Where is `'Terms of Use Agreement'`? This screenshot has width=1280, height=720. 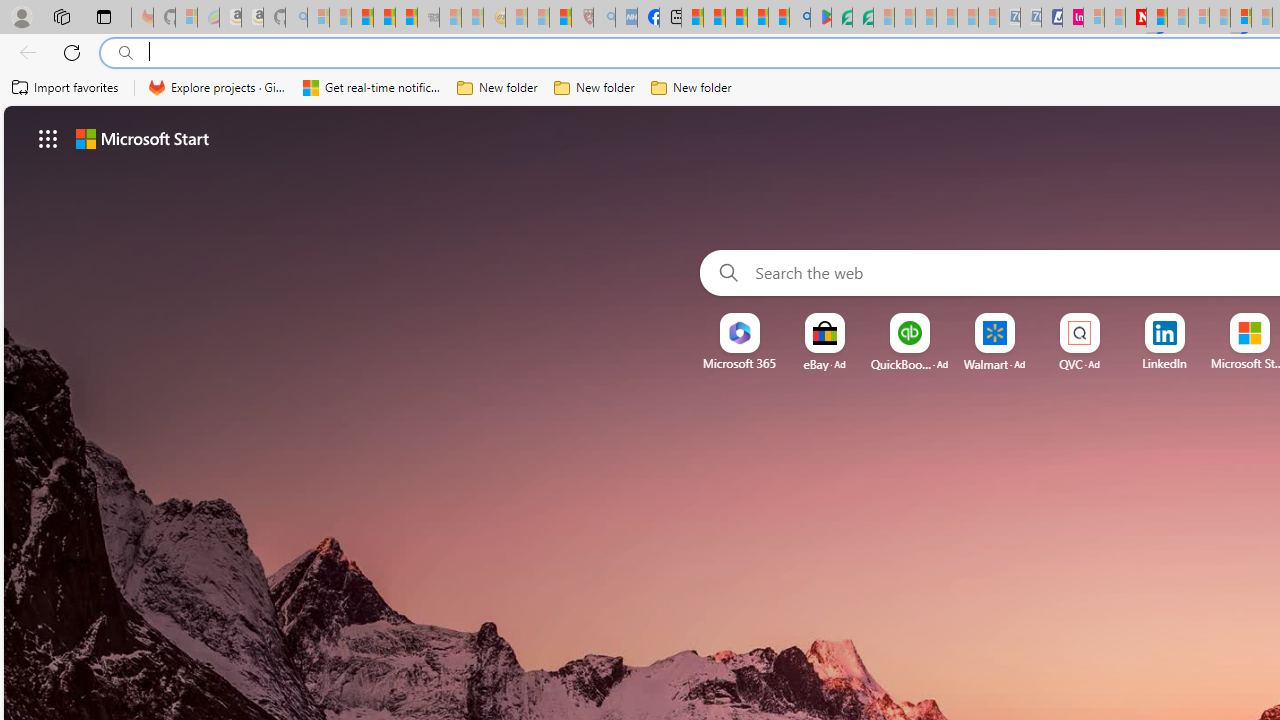 'Terms of Use Agreement' is located at coordinates (842, 17).